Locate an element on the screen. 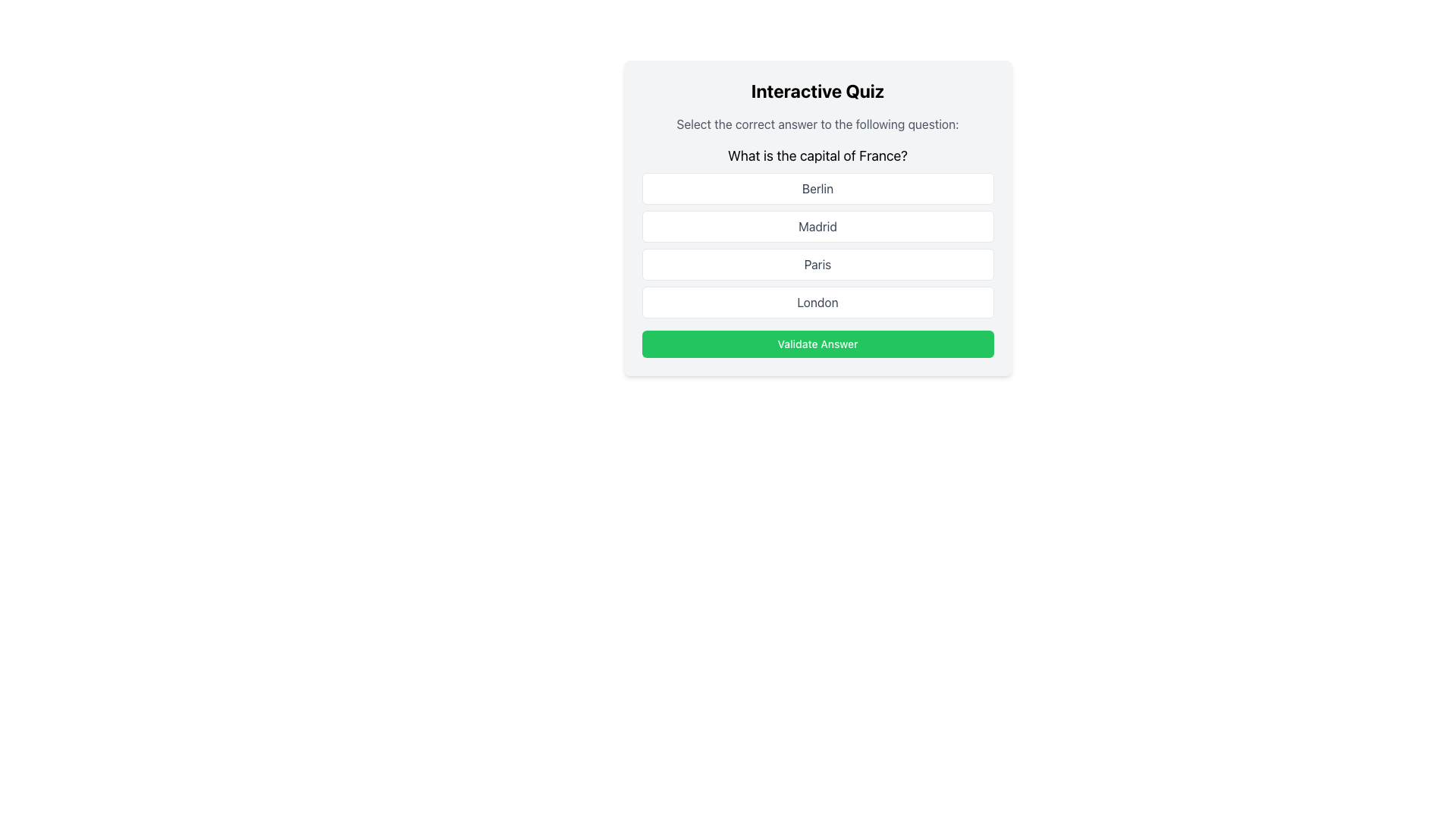 Image resolution: width=1456 pixels, height=819 pixels. the button labeled 'Madrid' which is the second item in a vertical list of buttons in a multiple-choice quiz interface is located at coordinates (817, 227).